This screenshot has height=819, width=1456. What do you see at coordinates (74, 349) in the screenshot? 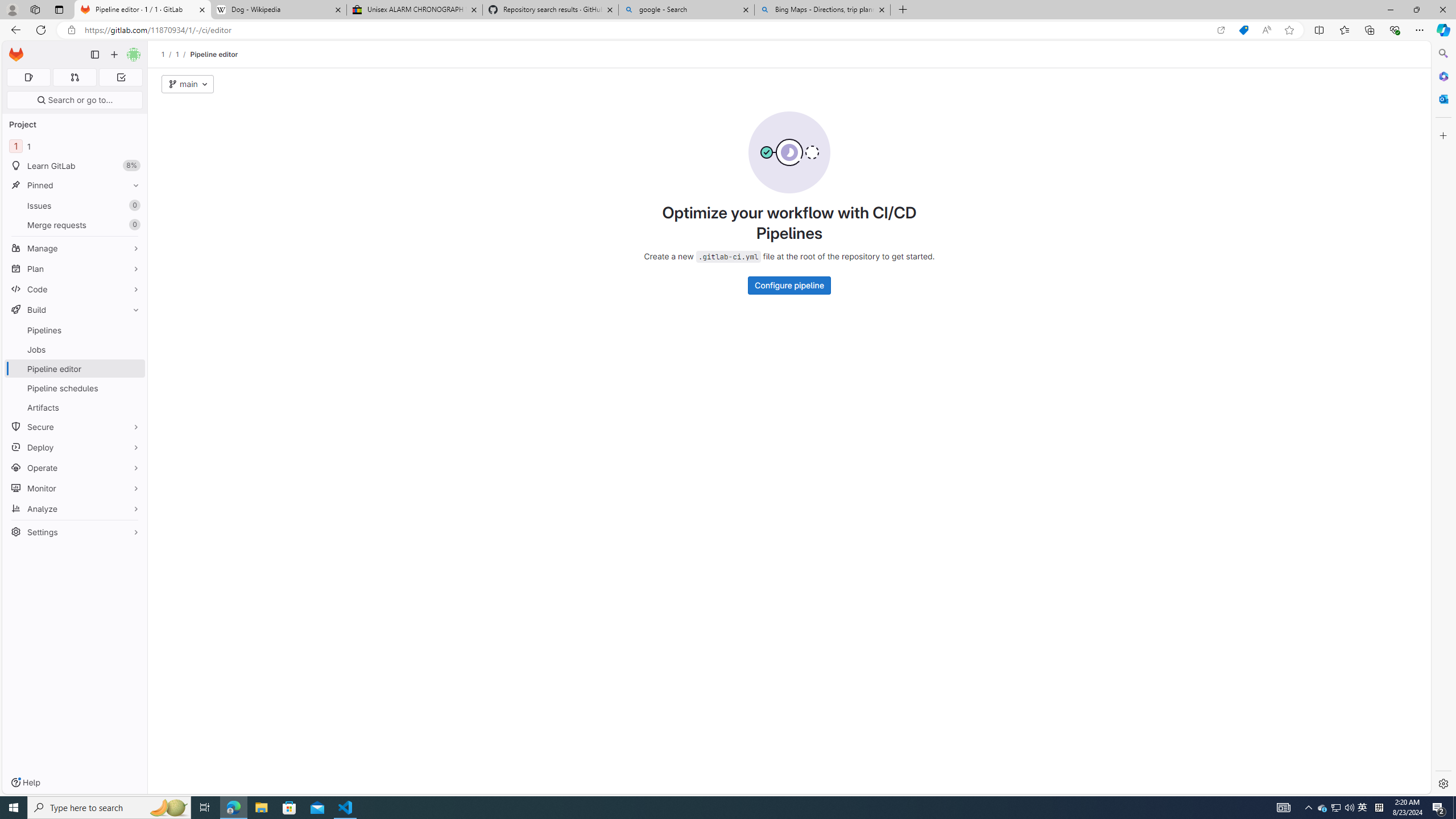
I see `'Jobs'` at bounding box center [74, 349].